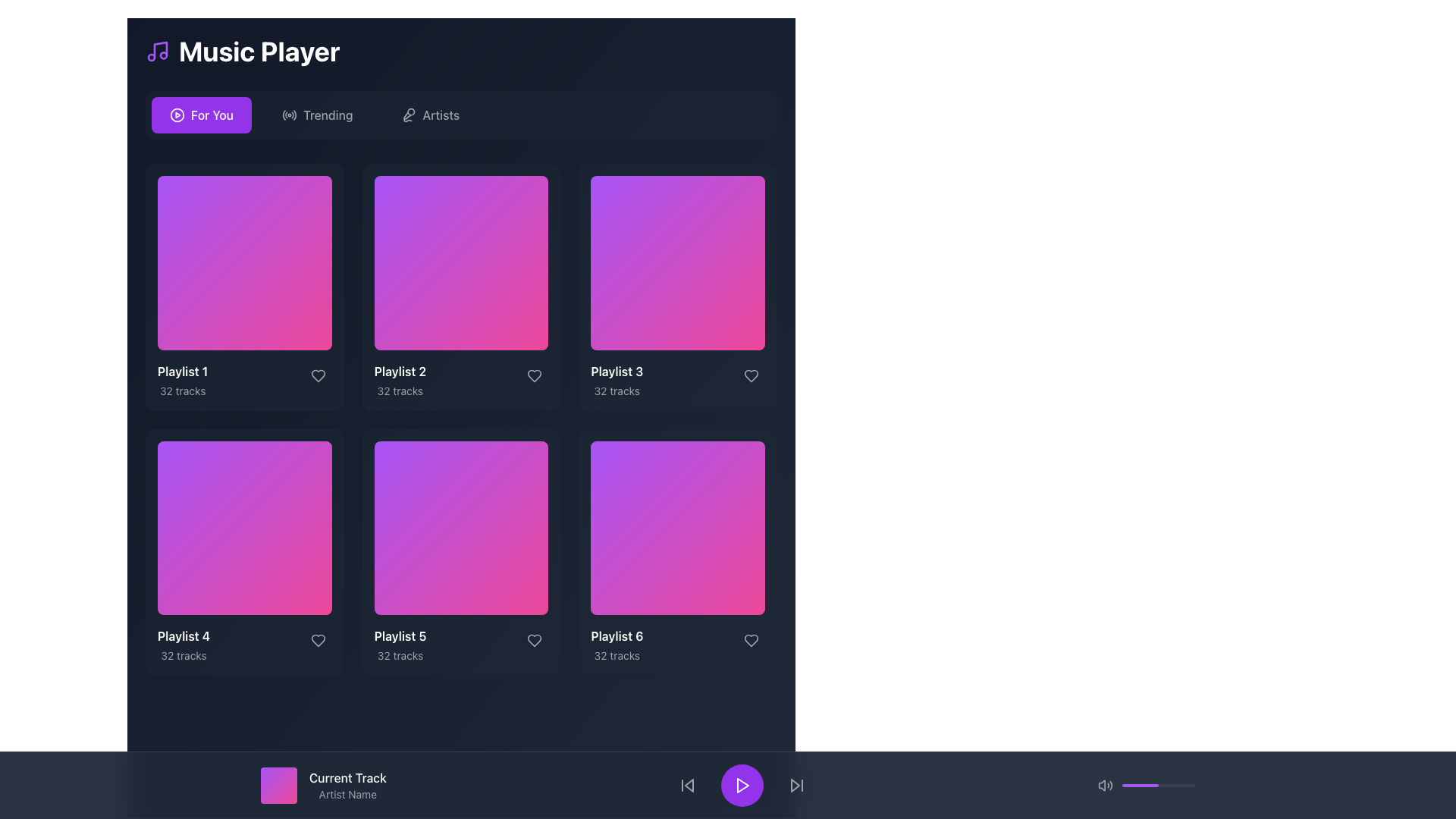  Describe the element at coordinates (535, 641) in the screenshot. I see `the heart icon button, which is the second item in the bottom row of heart icons` at that location.